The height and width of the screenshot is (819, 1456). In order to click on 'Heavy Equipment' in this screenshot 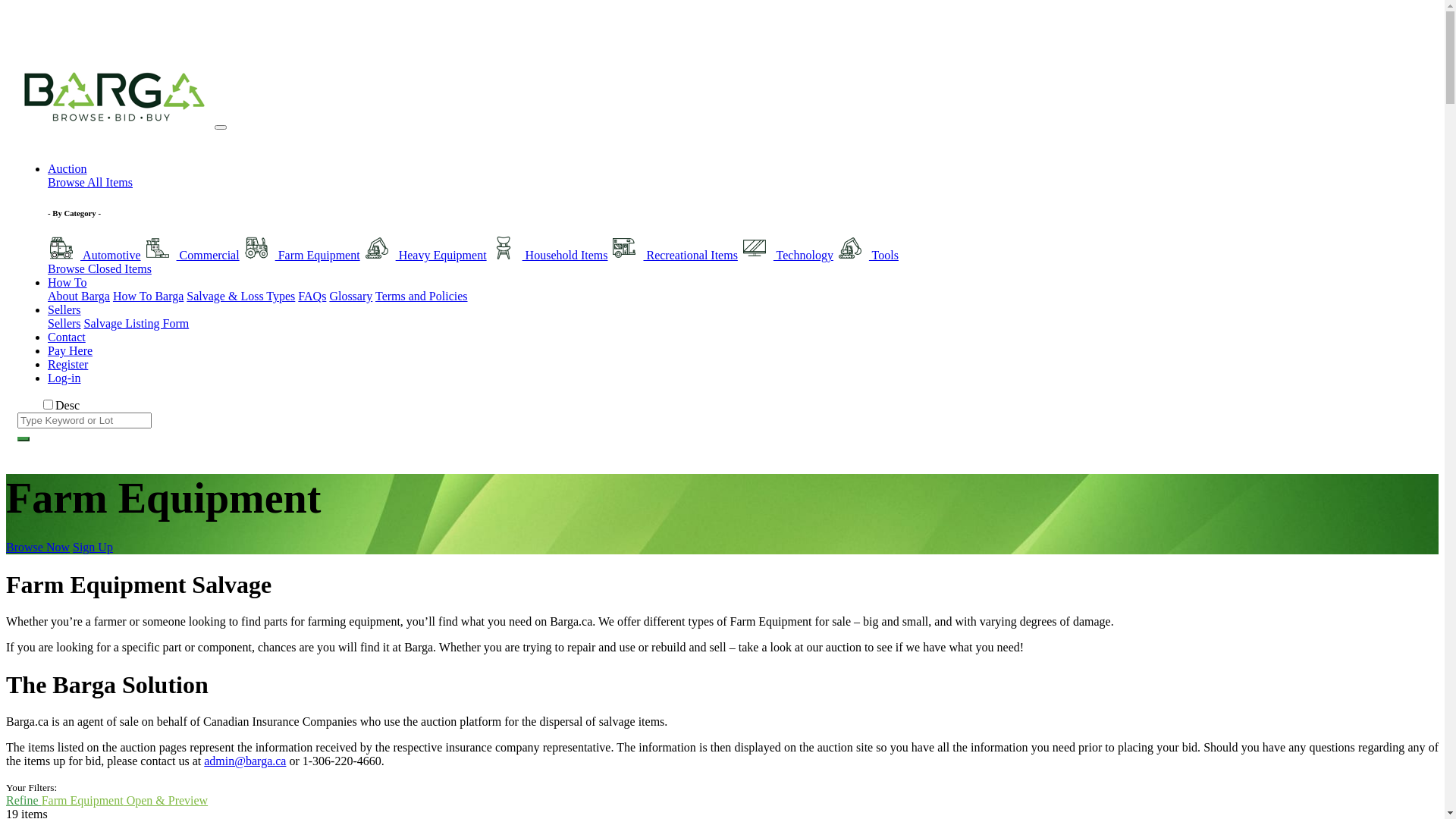, I will do `click(425, 254)`.